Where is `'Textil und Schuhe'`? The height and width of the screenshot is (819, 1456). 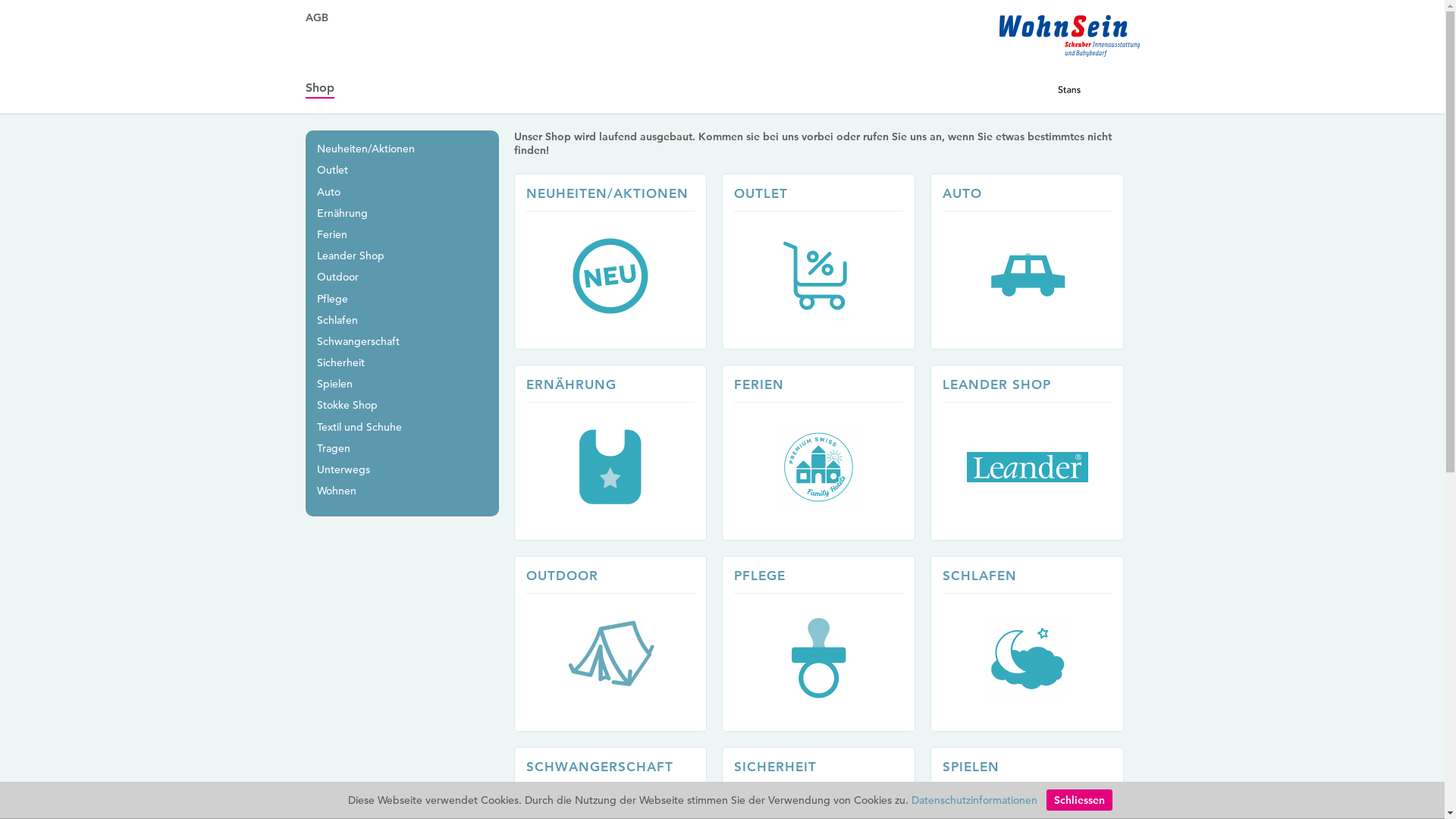 'Textil und Schuhe' is located at coordinates (359, 427).